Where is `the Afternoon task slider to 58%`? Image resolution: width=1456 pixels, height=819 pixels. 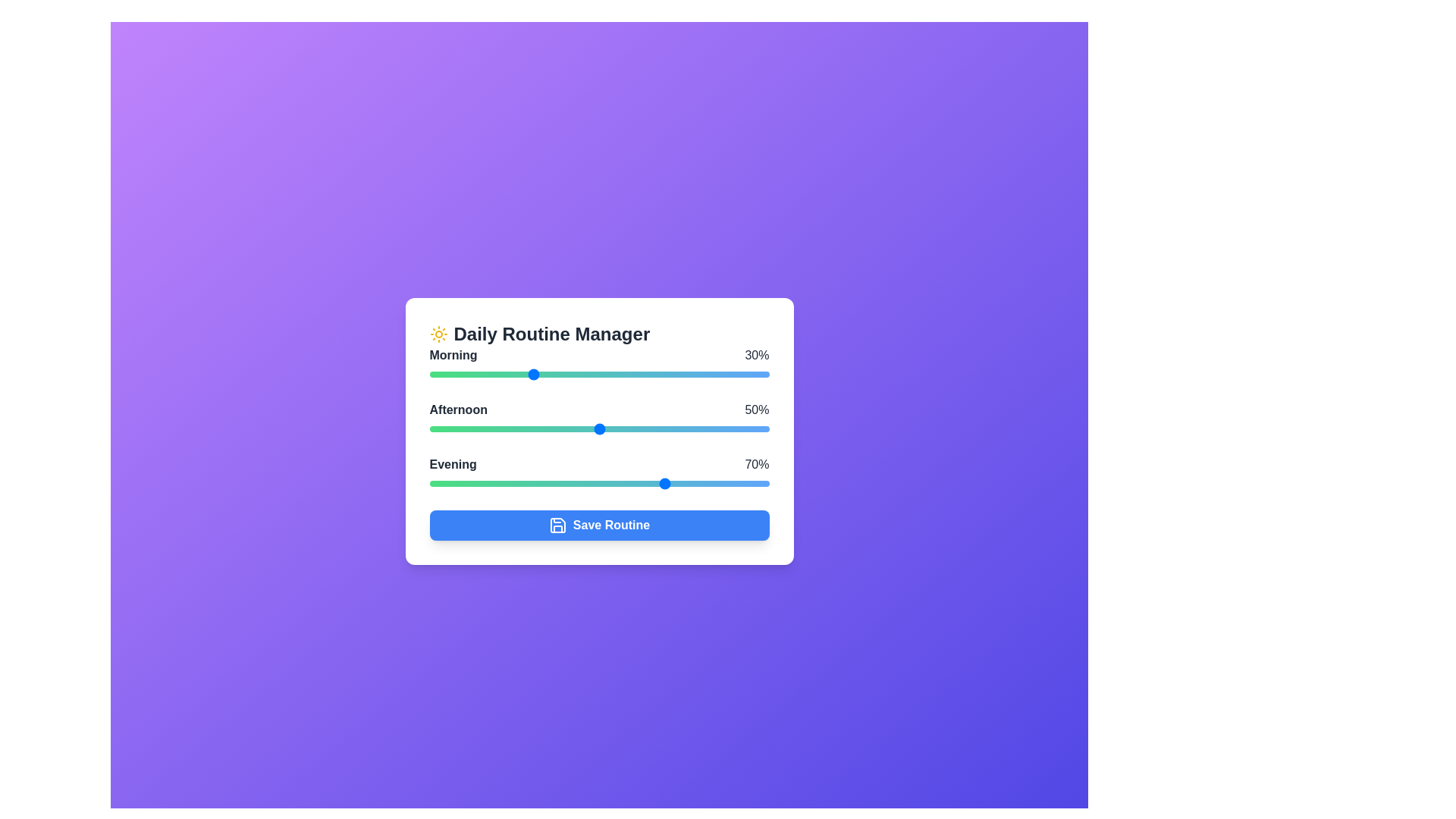
the Afternoon task slider to 58% is located at coordinates (626, 429).